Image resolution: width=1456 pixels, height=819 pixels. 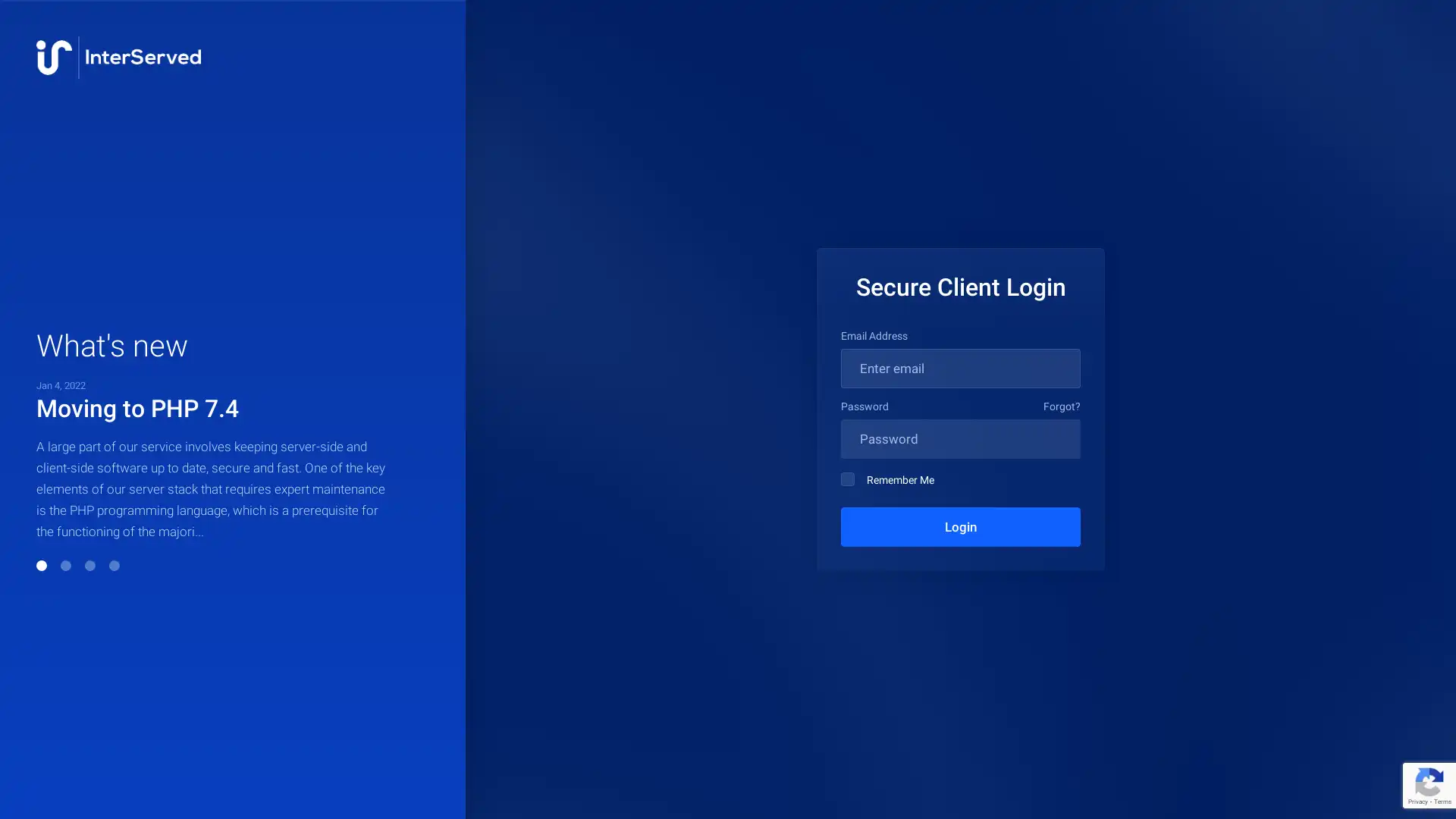 What do you see at coordinates (89, 580) in the screenshot?
I see `Go to slide 3` at bounding box center [89, 580].